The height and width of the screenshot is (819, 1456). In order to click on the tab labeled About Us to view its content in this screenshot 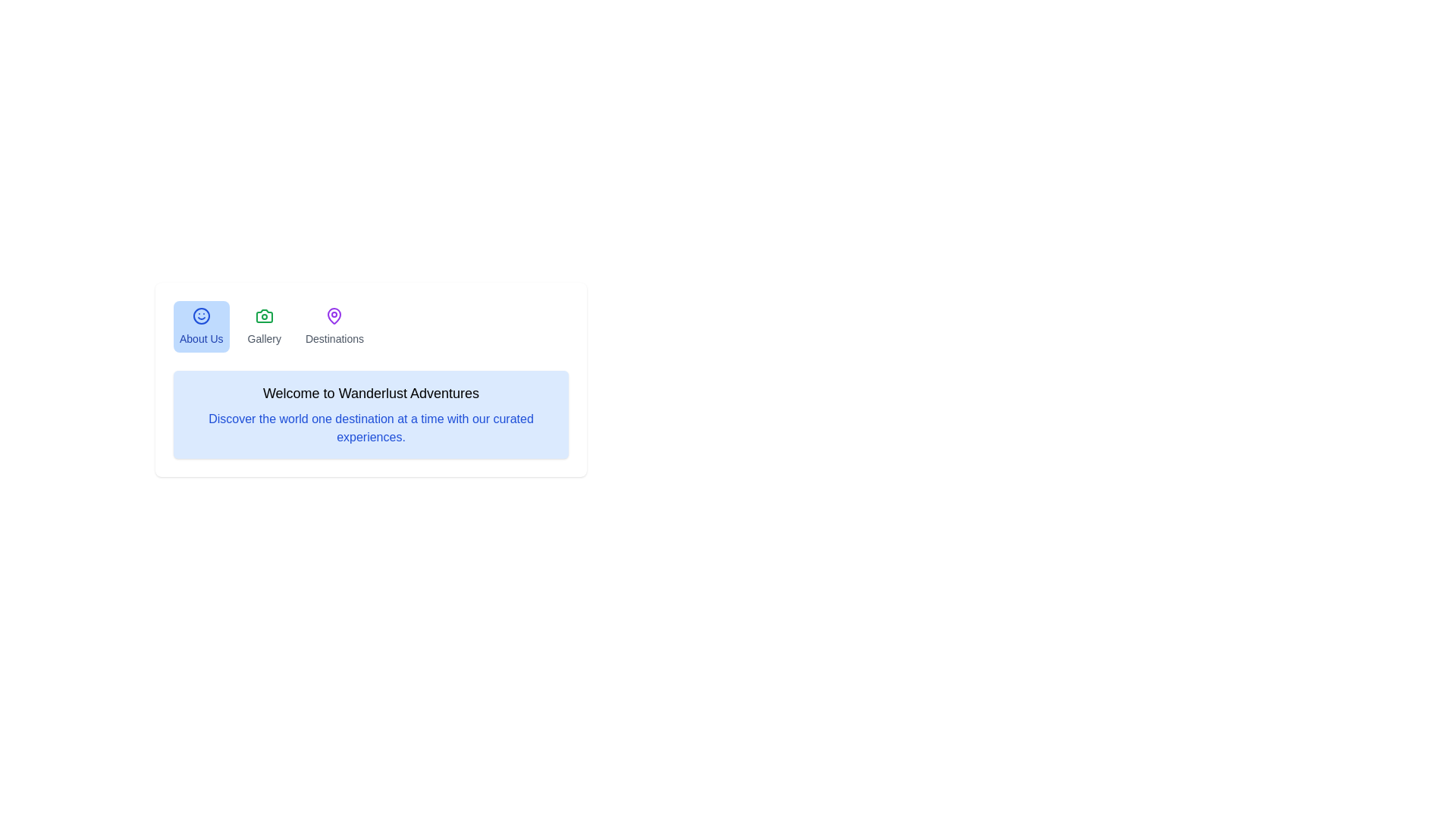, I will do `click(200, 326)`.